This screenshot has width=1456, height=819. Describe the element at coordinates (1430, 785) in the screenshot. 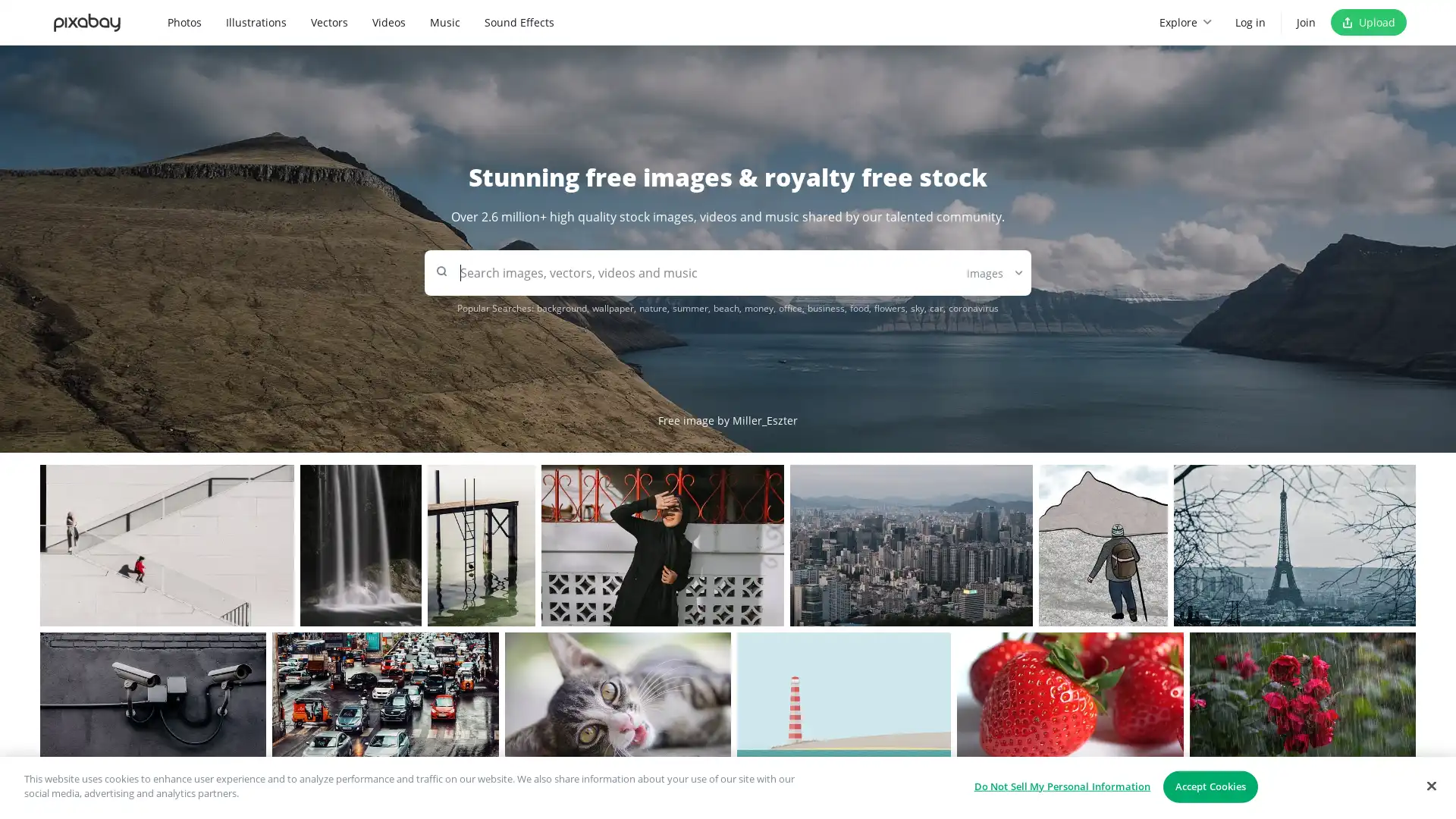

I see `Close` at that location.